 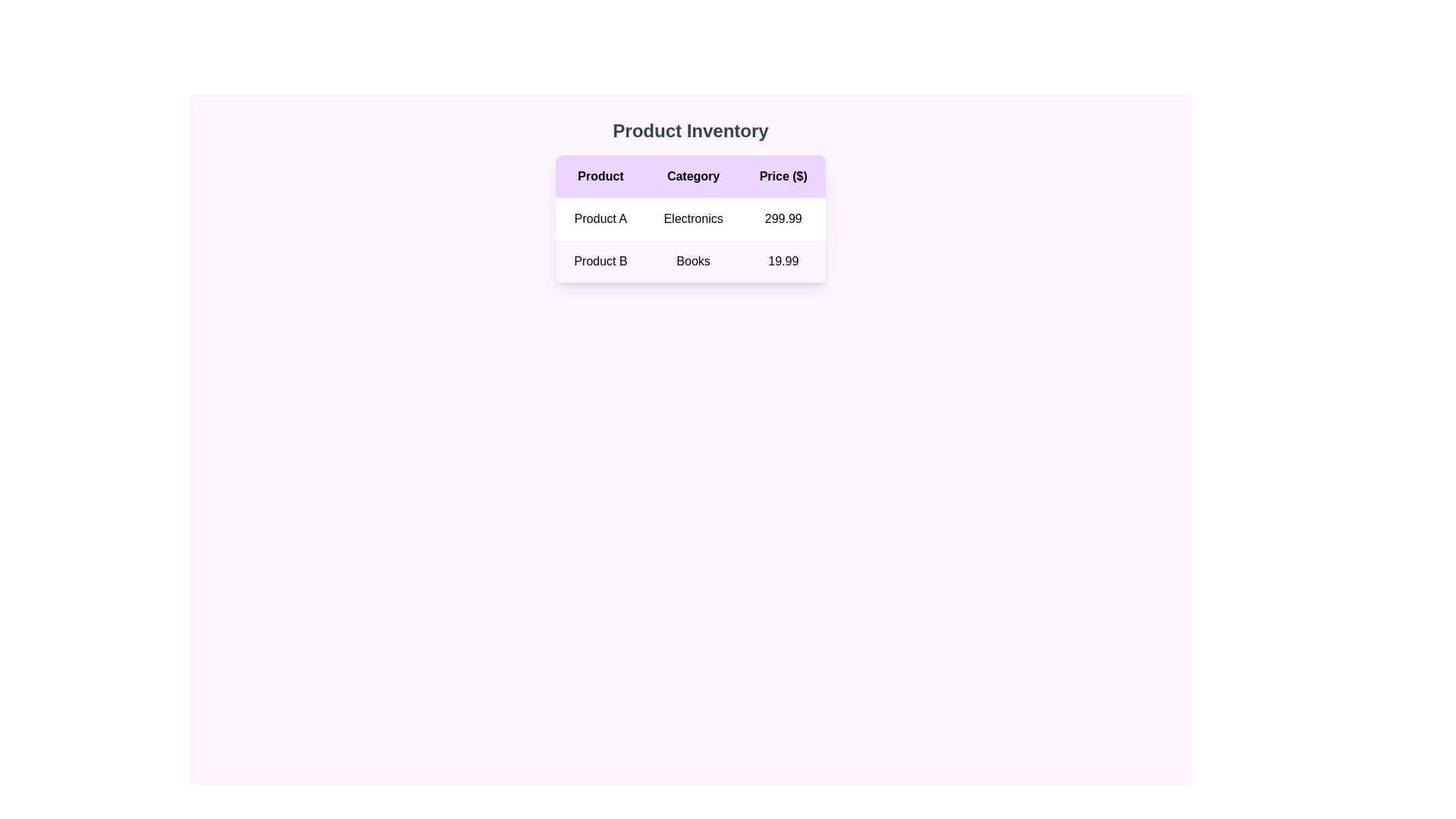 What do you see at coordinates (690, 260) in the screenshot?
I see `the table row containing 'Product B', 'Books', and '19.99', which is located in the second row of the table with a light purple background` at bounding box center [690, 260].